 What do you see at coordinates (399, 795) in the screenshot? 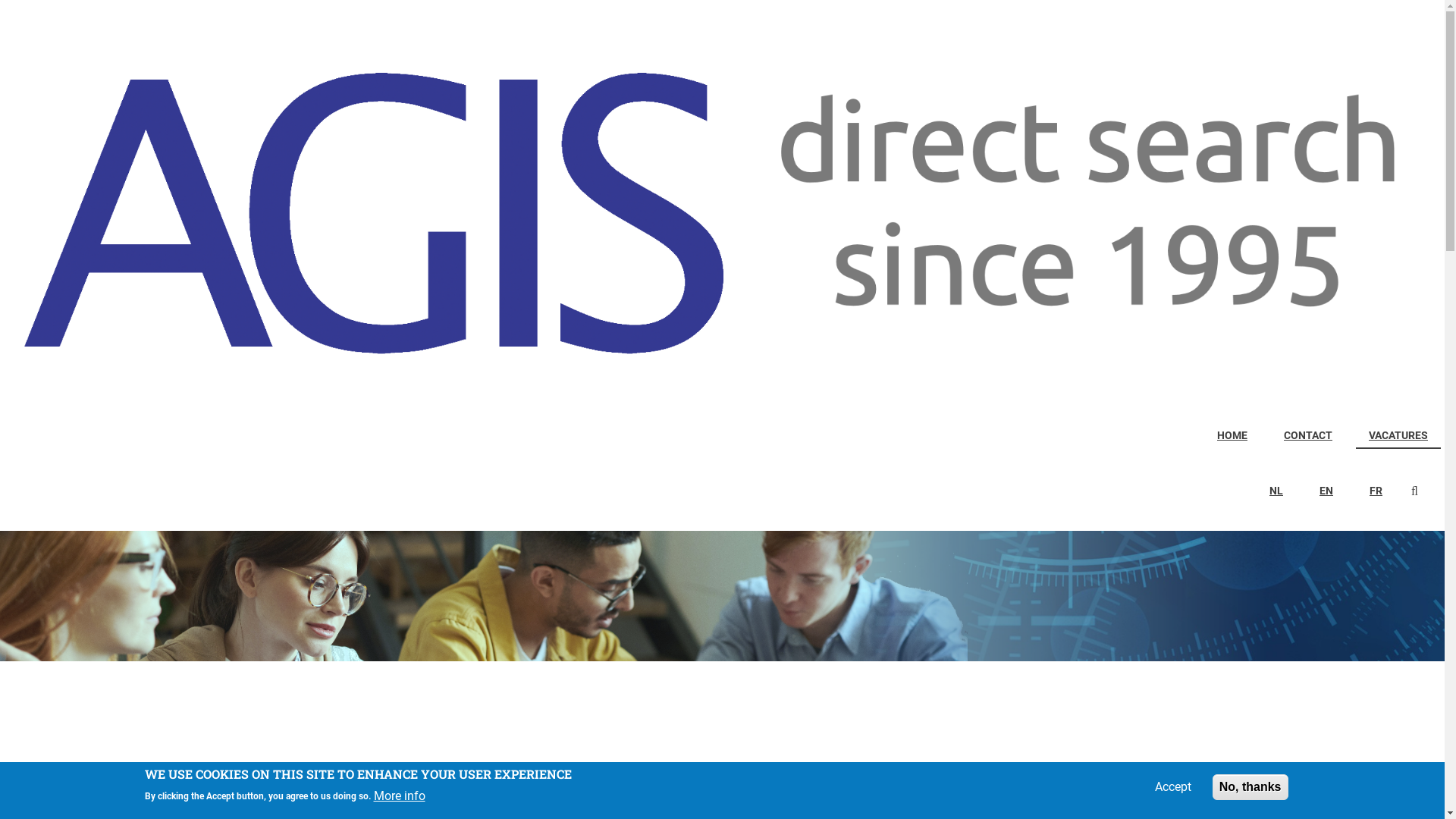
I see `'More info'` at bounding box center [399, 795].